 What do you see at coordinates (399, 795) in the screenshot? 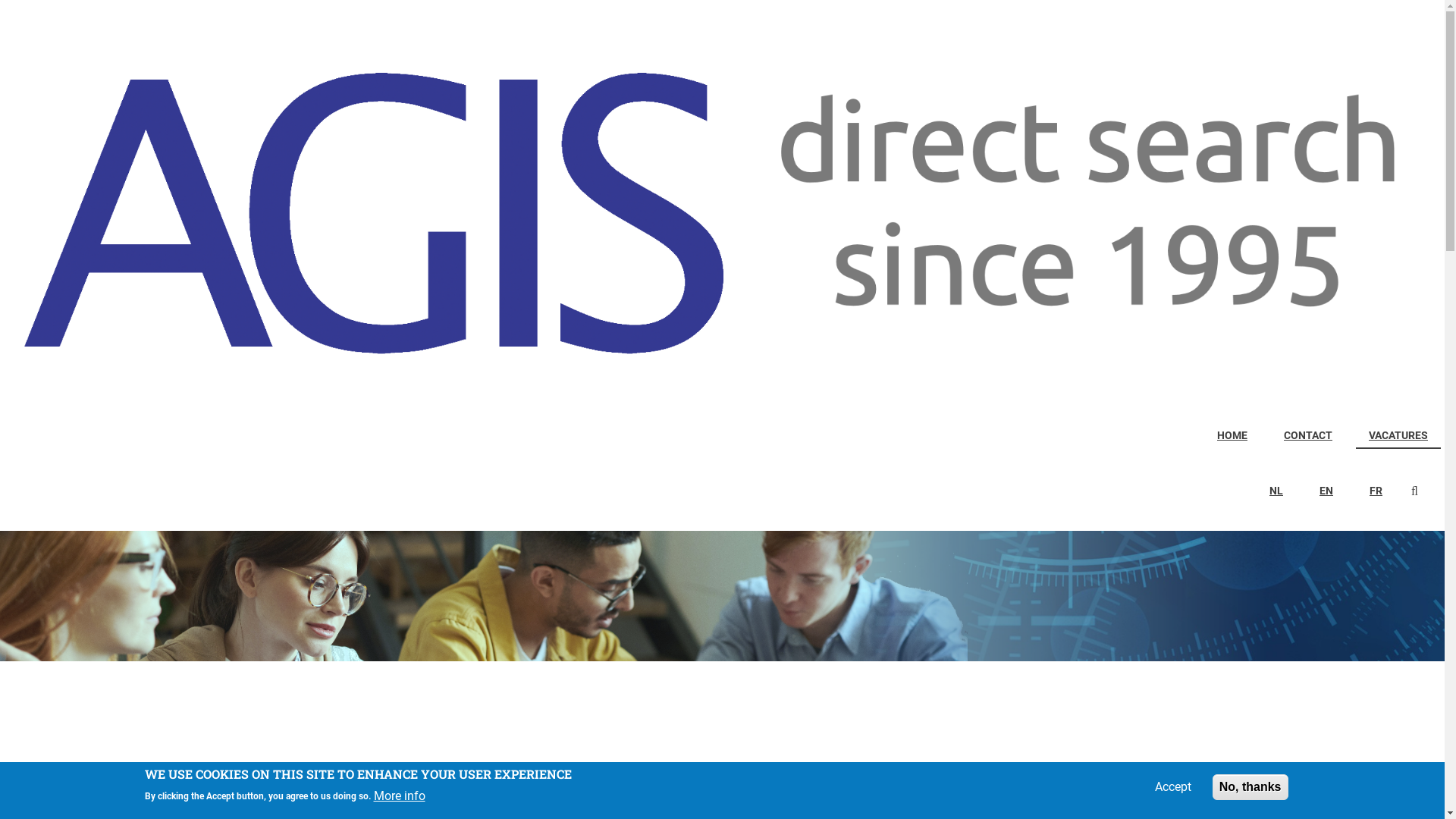
I see `'More info'` at bounding box center [399, 795].